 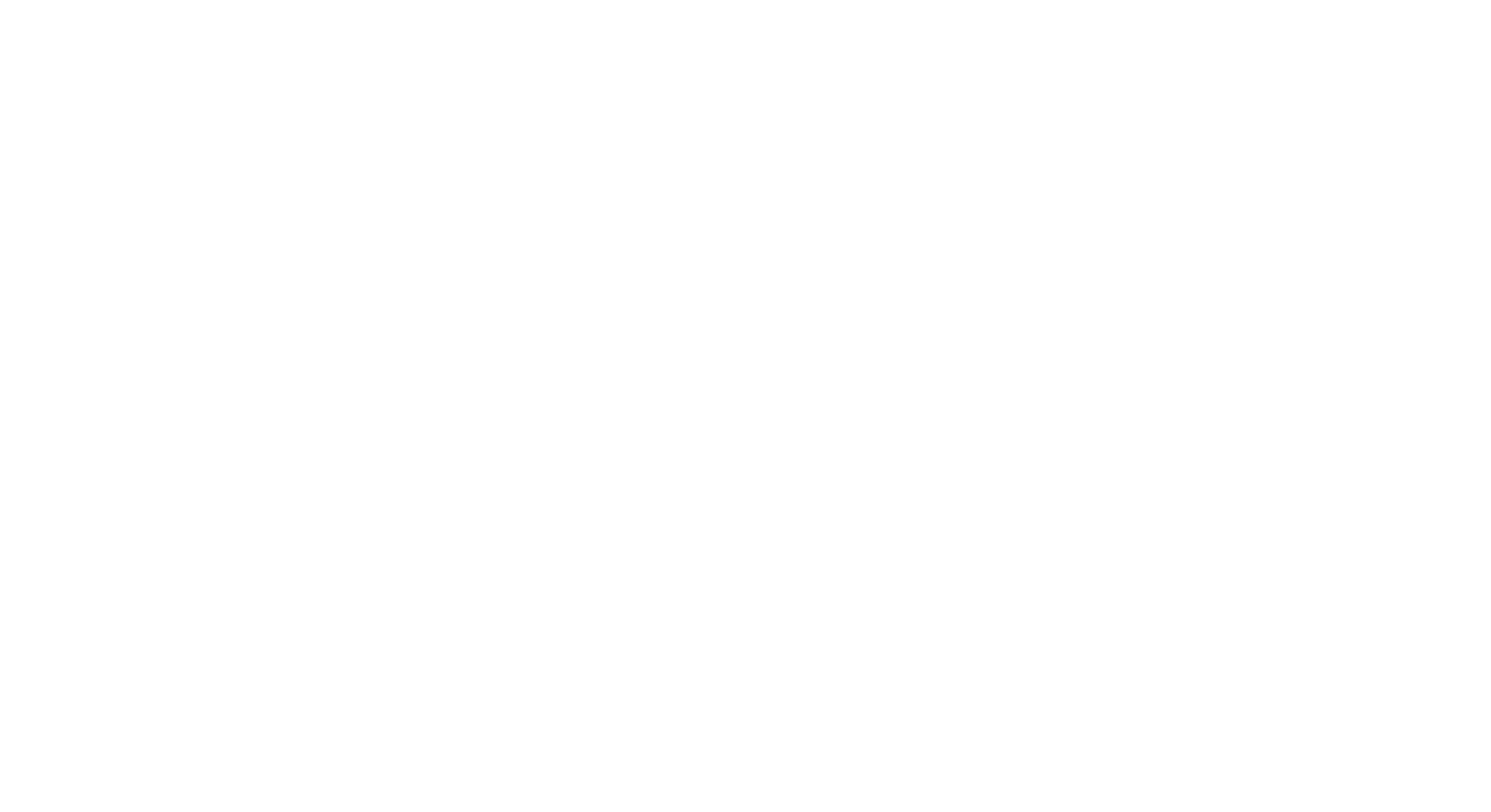 What do you see at coordinates (941, 600) in the screenshot?
I see `'Get In Touch'` at bounding box center [941, 600].